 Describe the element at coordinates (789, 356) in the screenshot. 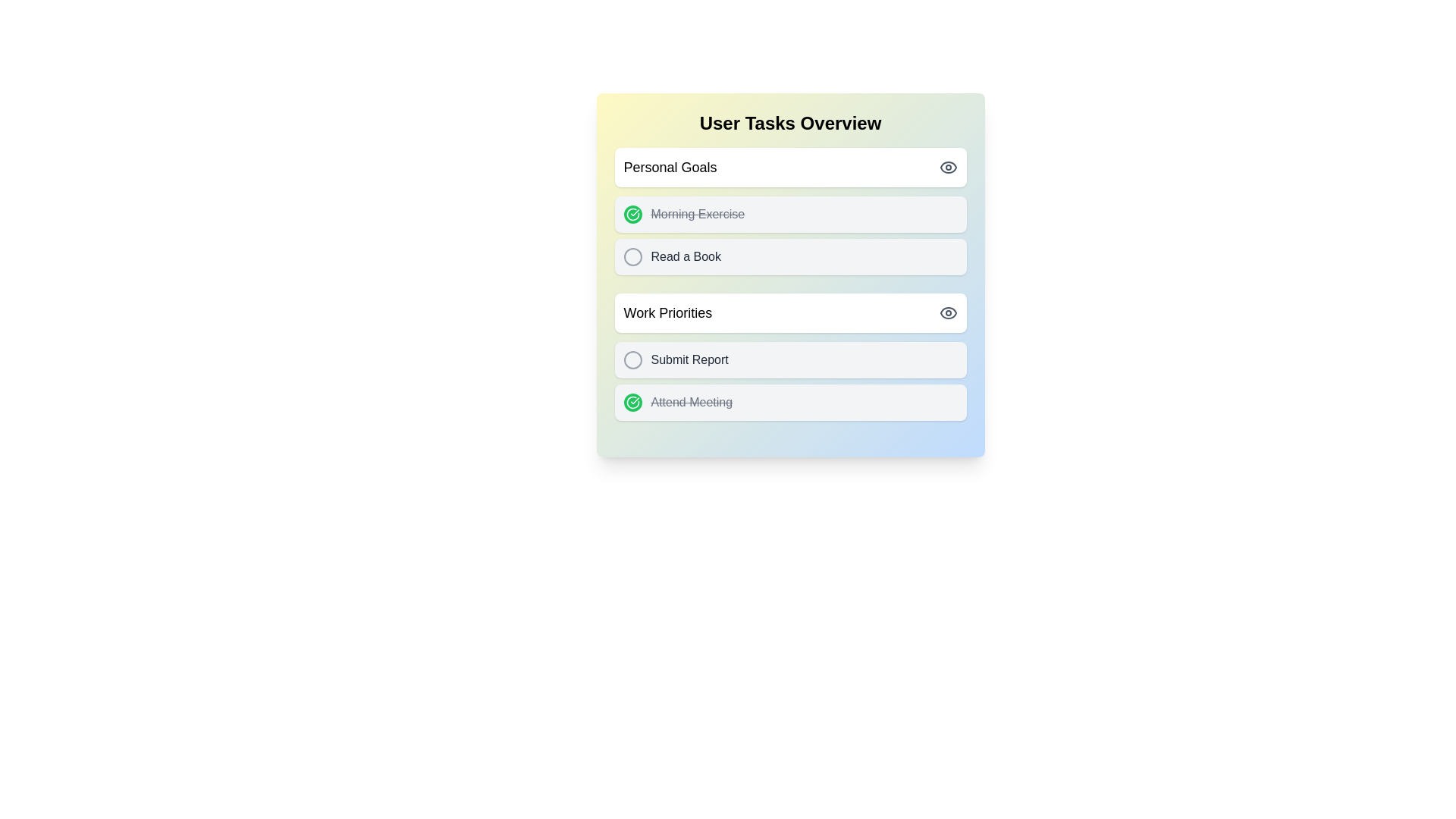

I see `the 'Submit Report' task row in the 'Work Priorities' subsection` at that location.